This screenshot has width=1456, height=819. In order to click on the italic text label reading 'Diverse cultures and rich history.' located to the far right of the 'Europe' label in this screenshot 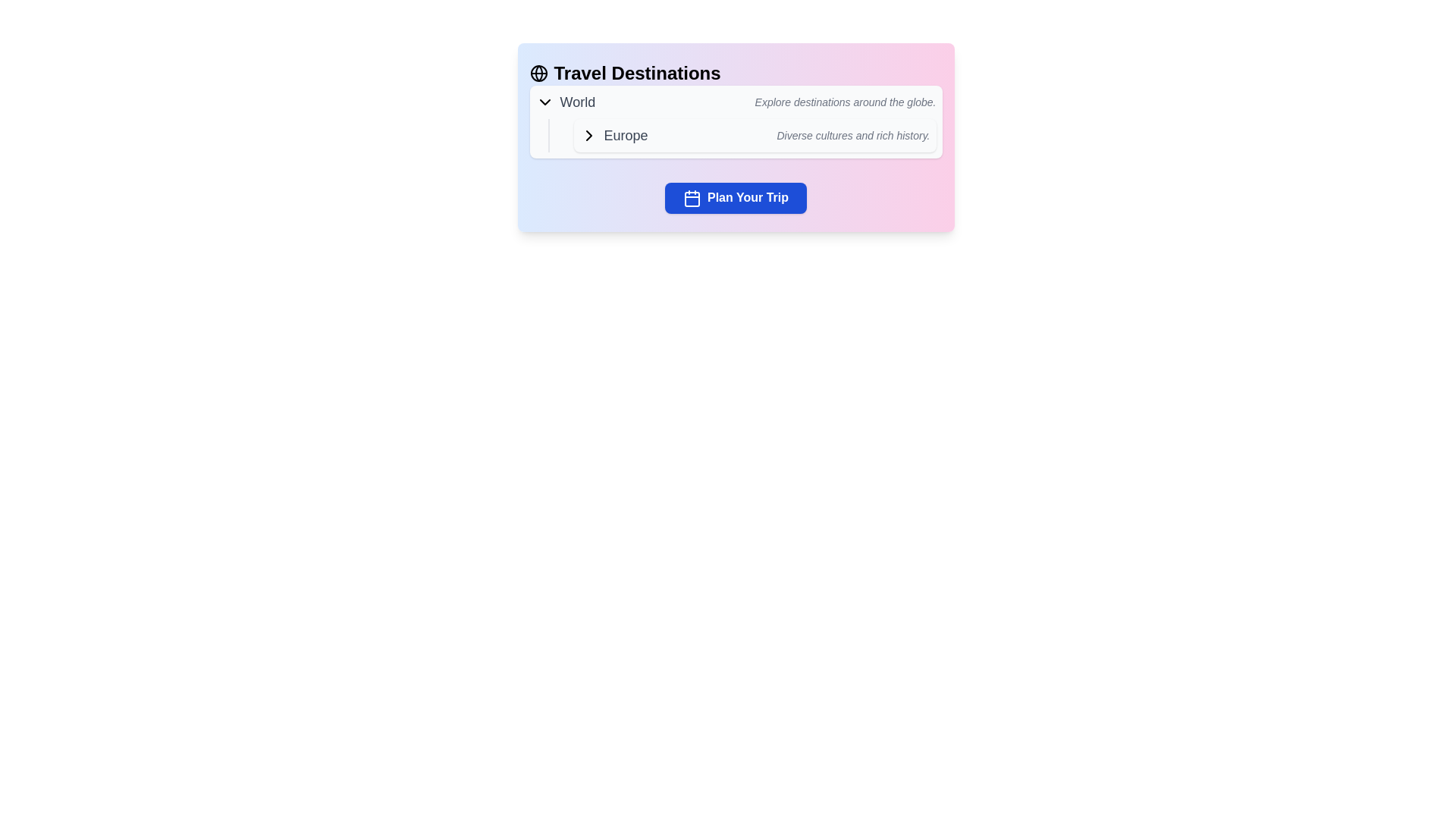, I will do `click(853, 134)`.